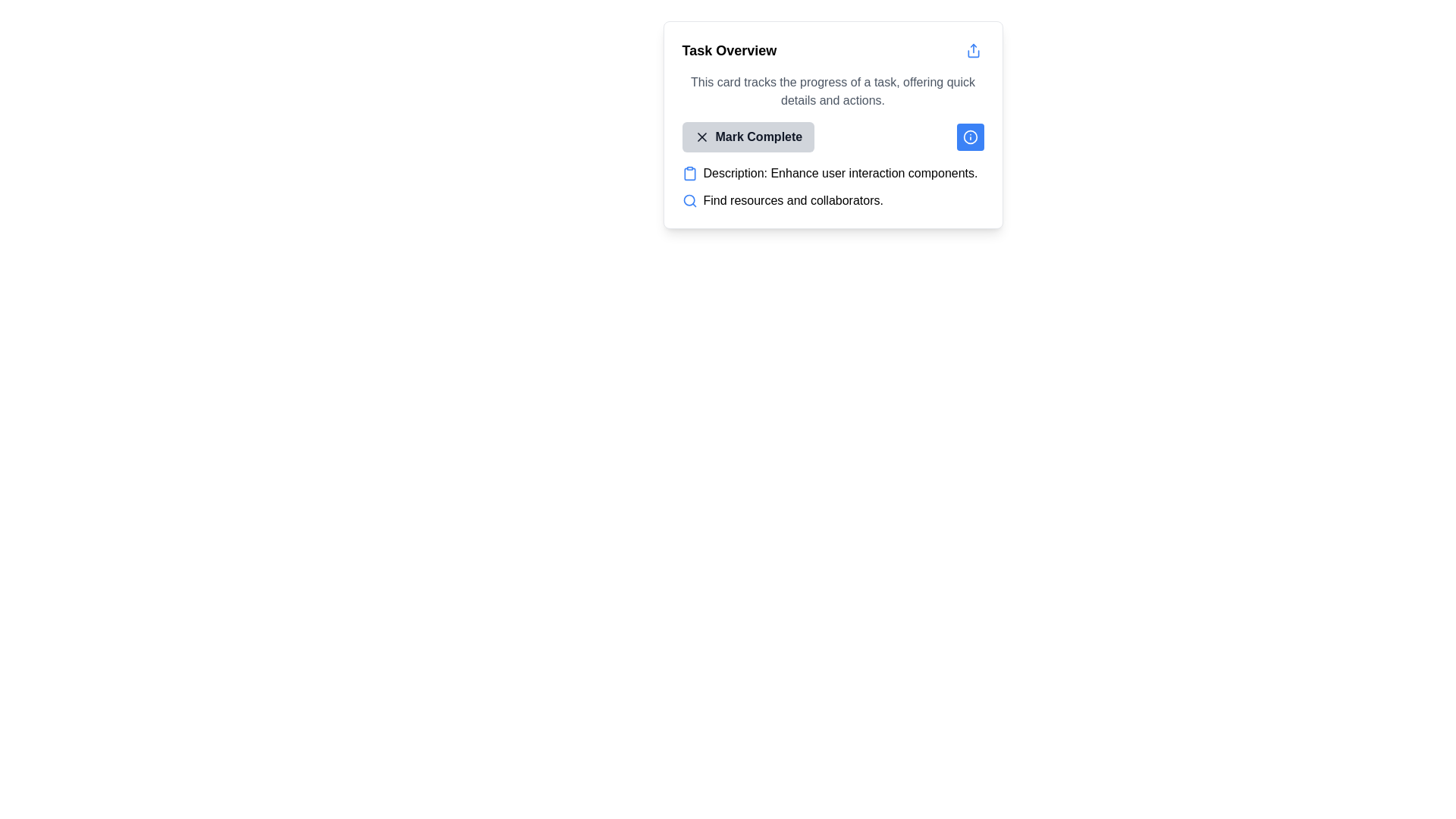 This screenshot has height=819, width=1456. What do you see at coordinates (969, 137) in the screenshot?
I see `the circular Information button with a blue background and a white information icon located in the top-right corner of the 'Task Overview' panel` at bounding box center [969, 137].